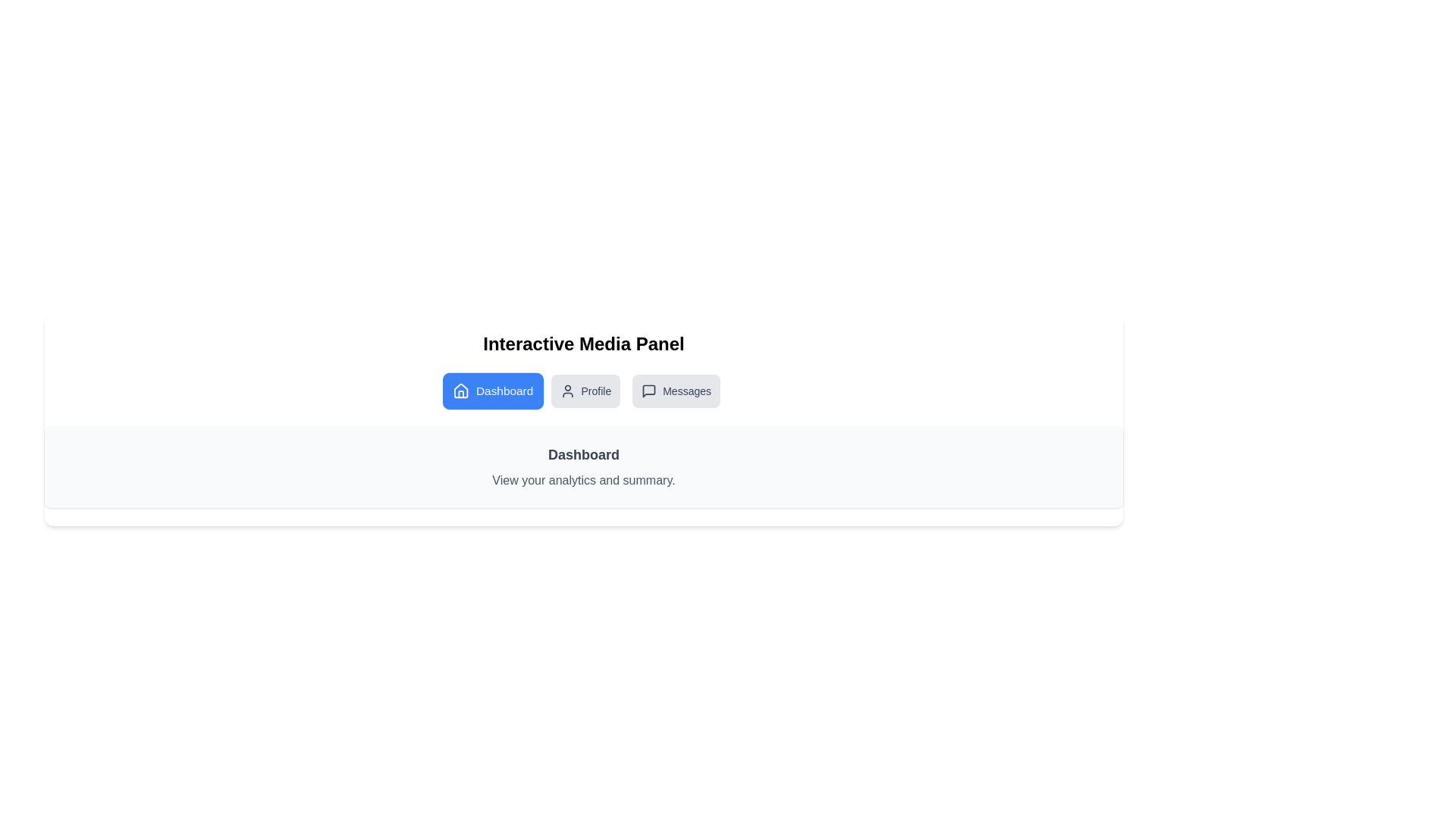 This screenshot has height=819, width=1456. Describe the element at coordinates (585, 391) in the screenshot. I see `the button labeled Profile to switch tabs` at that location.